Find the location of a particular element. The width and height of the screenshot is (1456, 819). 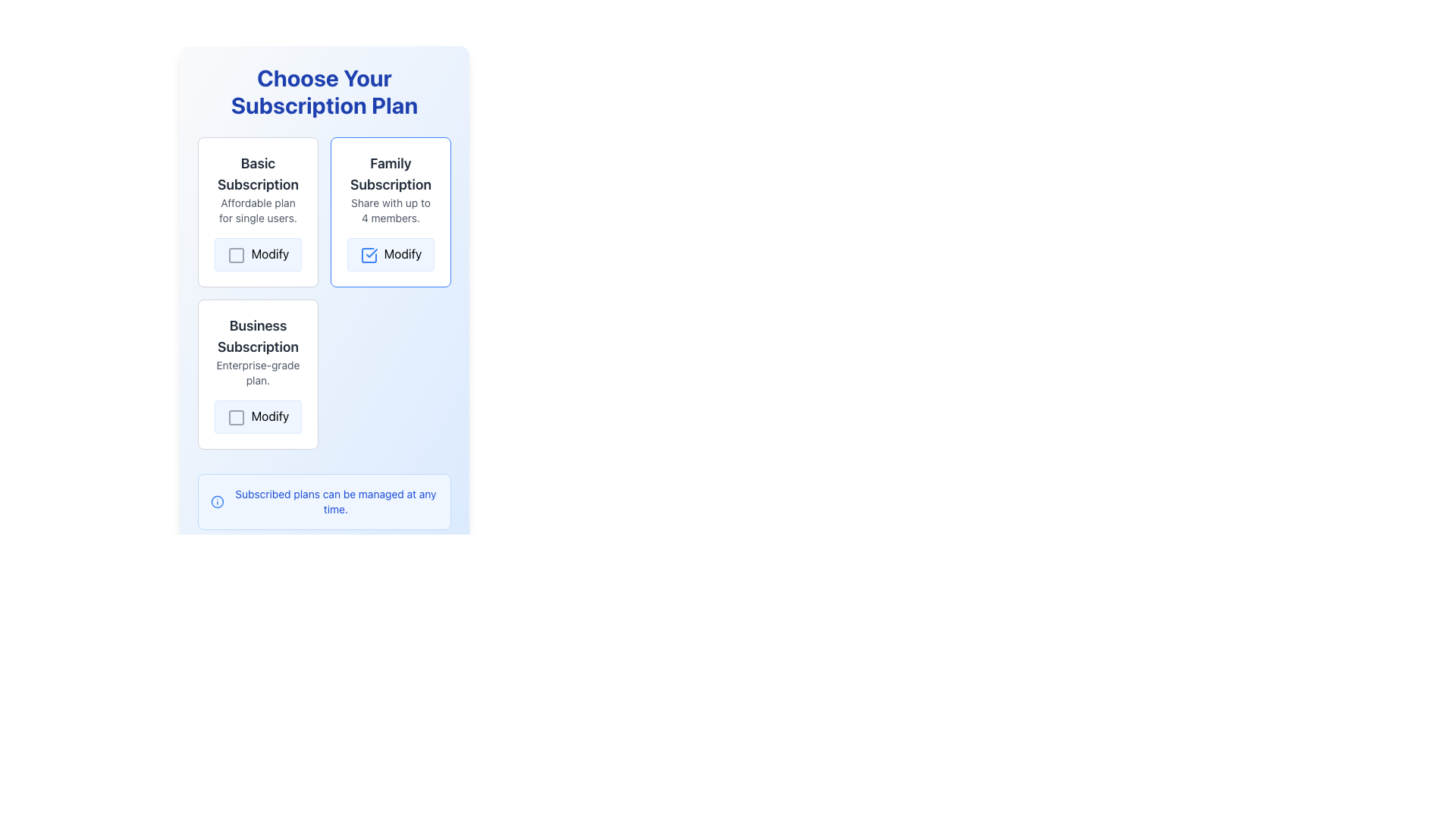

the text label displaying 'Enterprise-grade plan.' which is located below the 'Business Subscription' title in the third card of the left column is located at coordinates (258, 372).